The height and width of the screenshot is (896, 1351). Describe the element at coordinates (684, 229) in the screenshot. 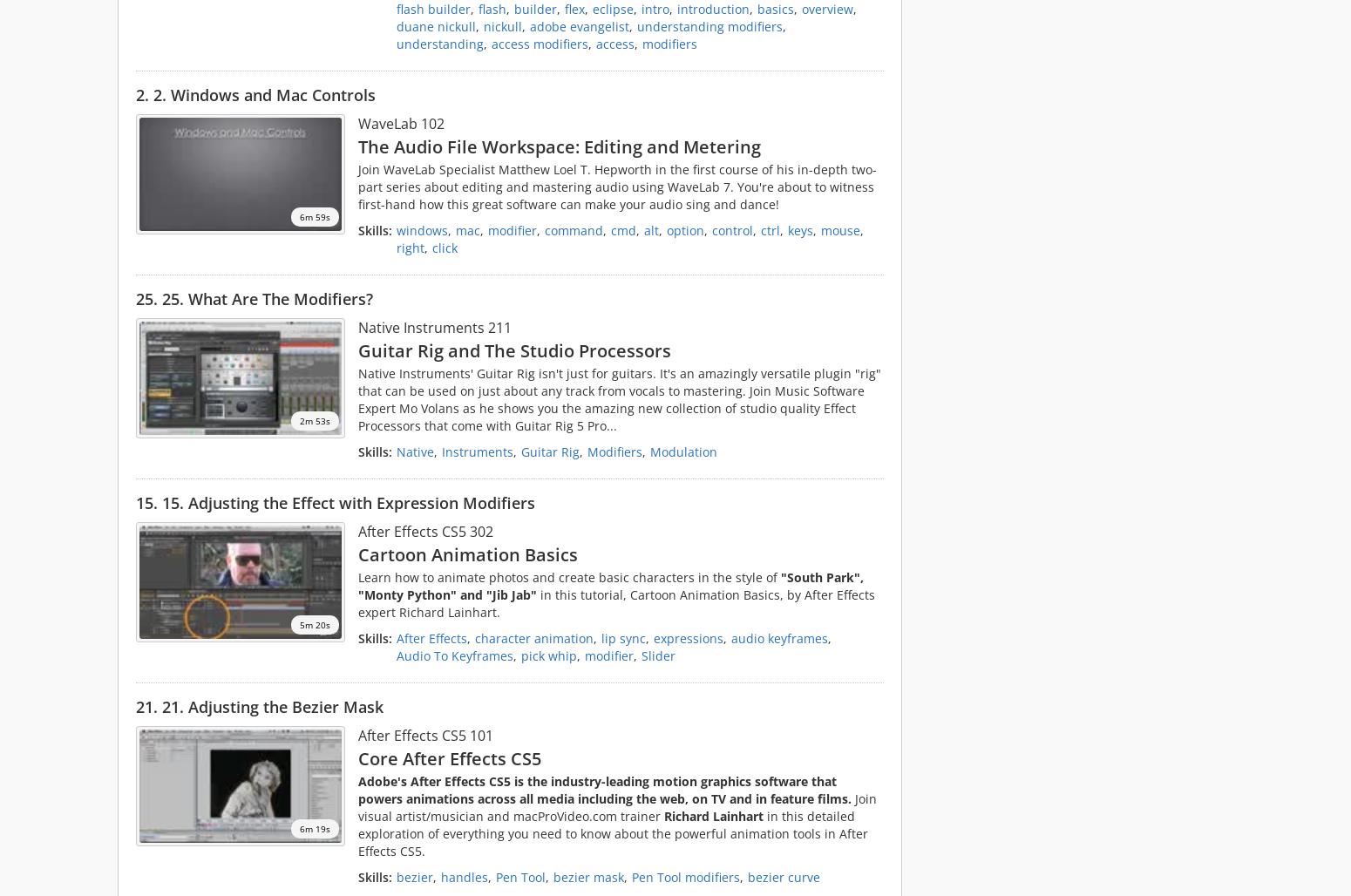

I see `'option'` at that location.